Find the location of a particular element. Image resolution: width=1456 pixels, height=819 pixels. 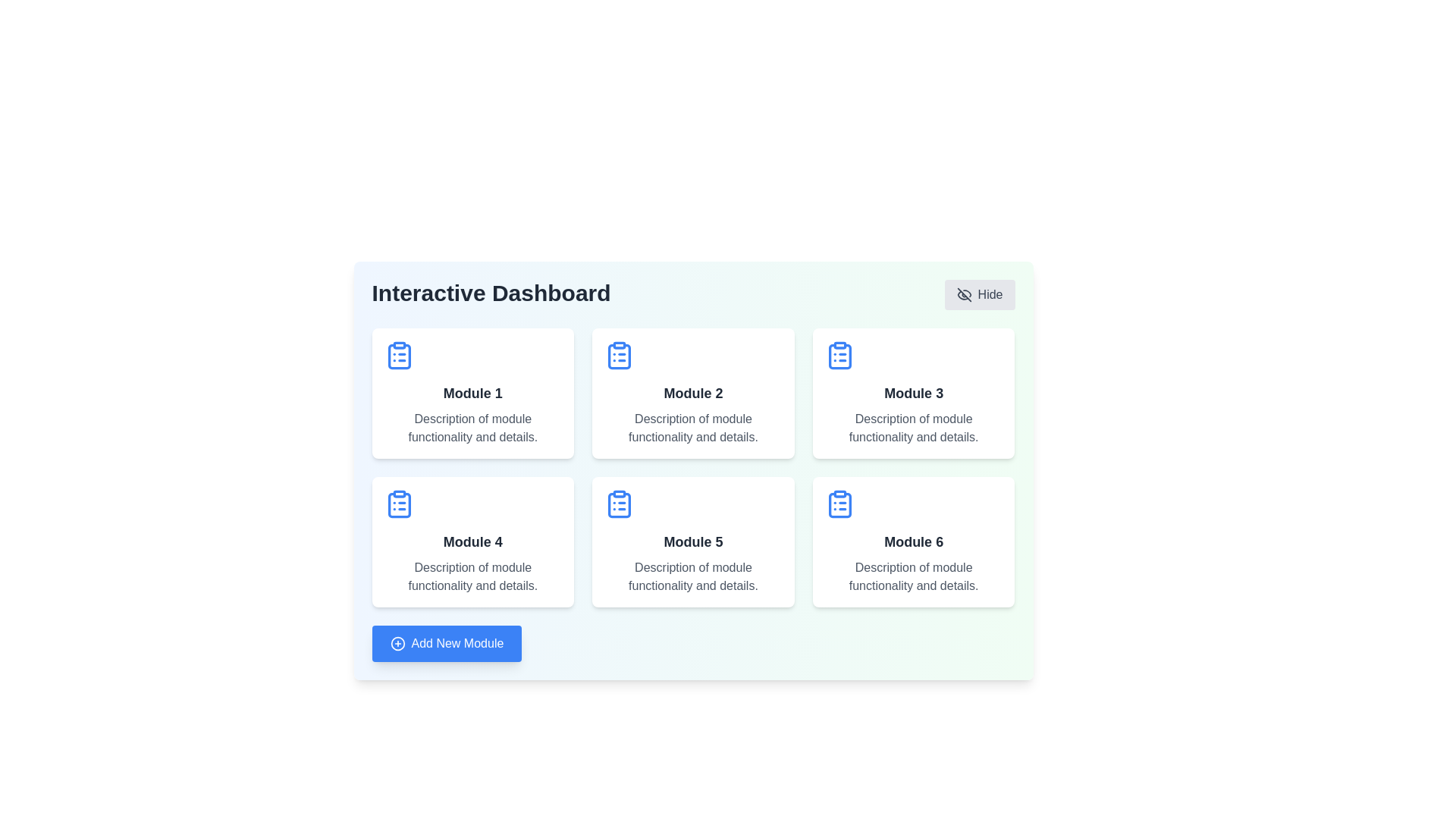

the circular outline icon with a centered cross located within the 'Add New Module' button at the bottom-left of the grid layout is located at coordinates (397, 643).